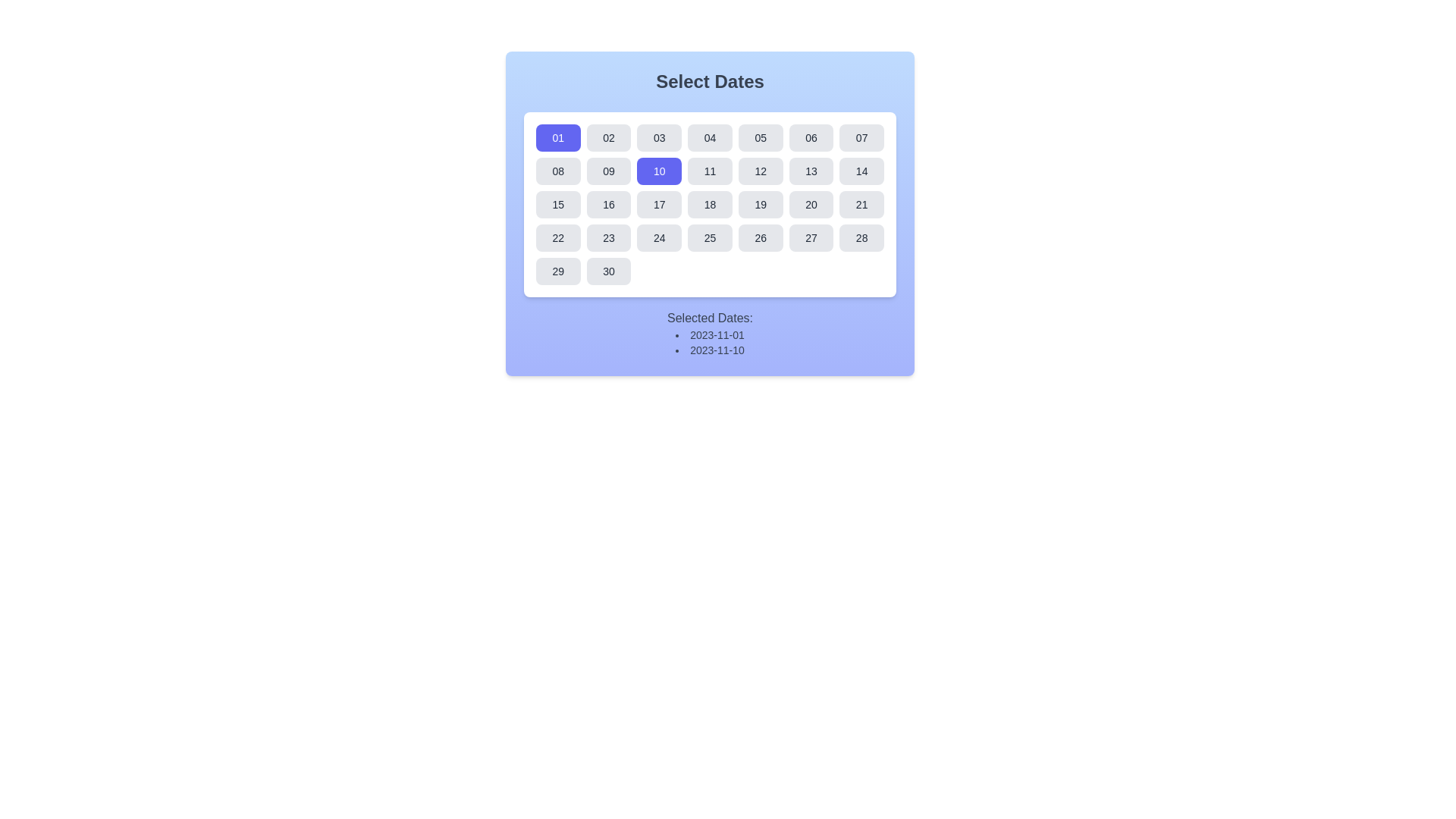  I want to click on the rounded square button labeled '14', so click(861, 171).